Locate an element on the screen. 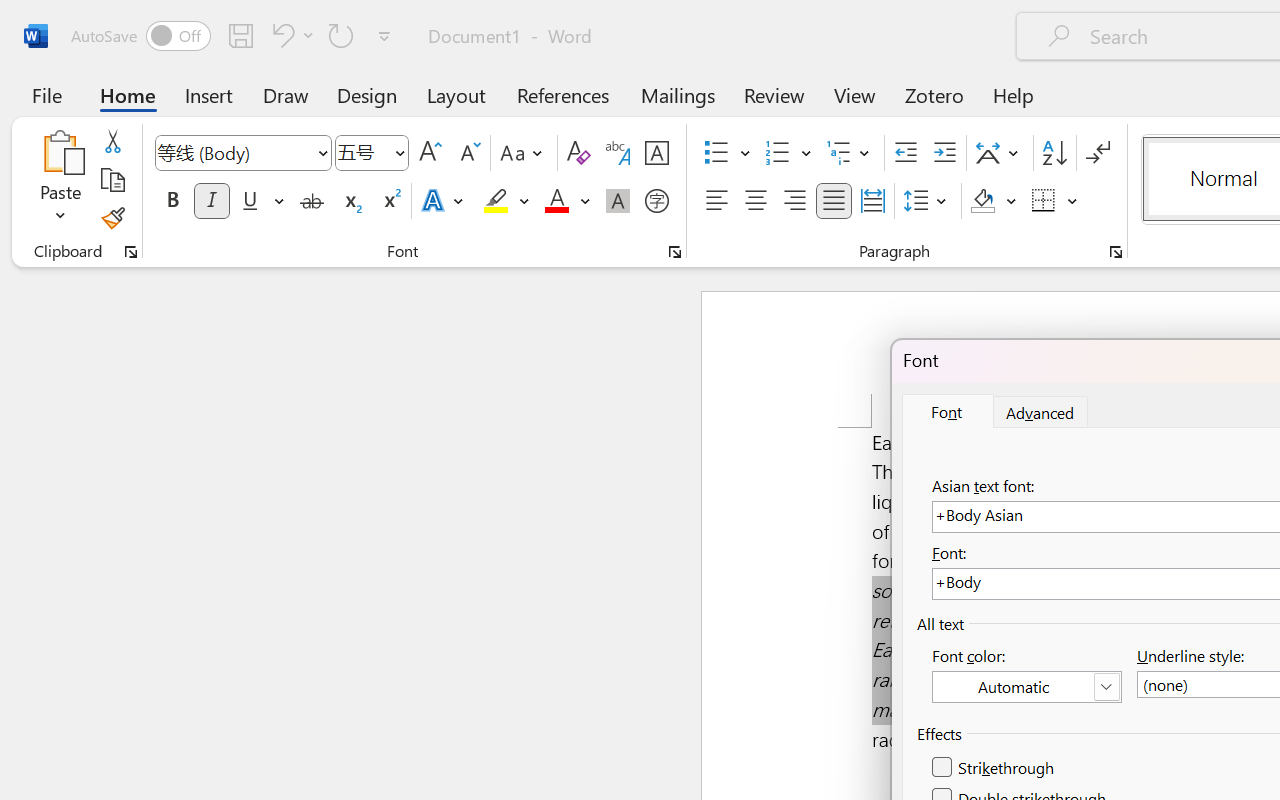  'Subscript' is located at coordinates (350, 201).